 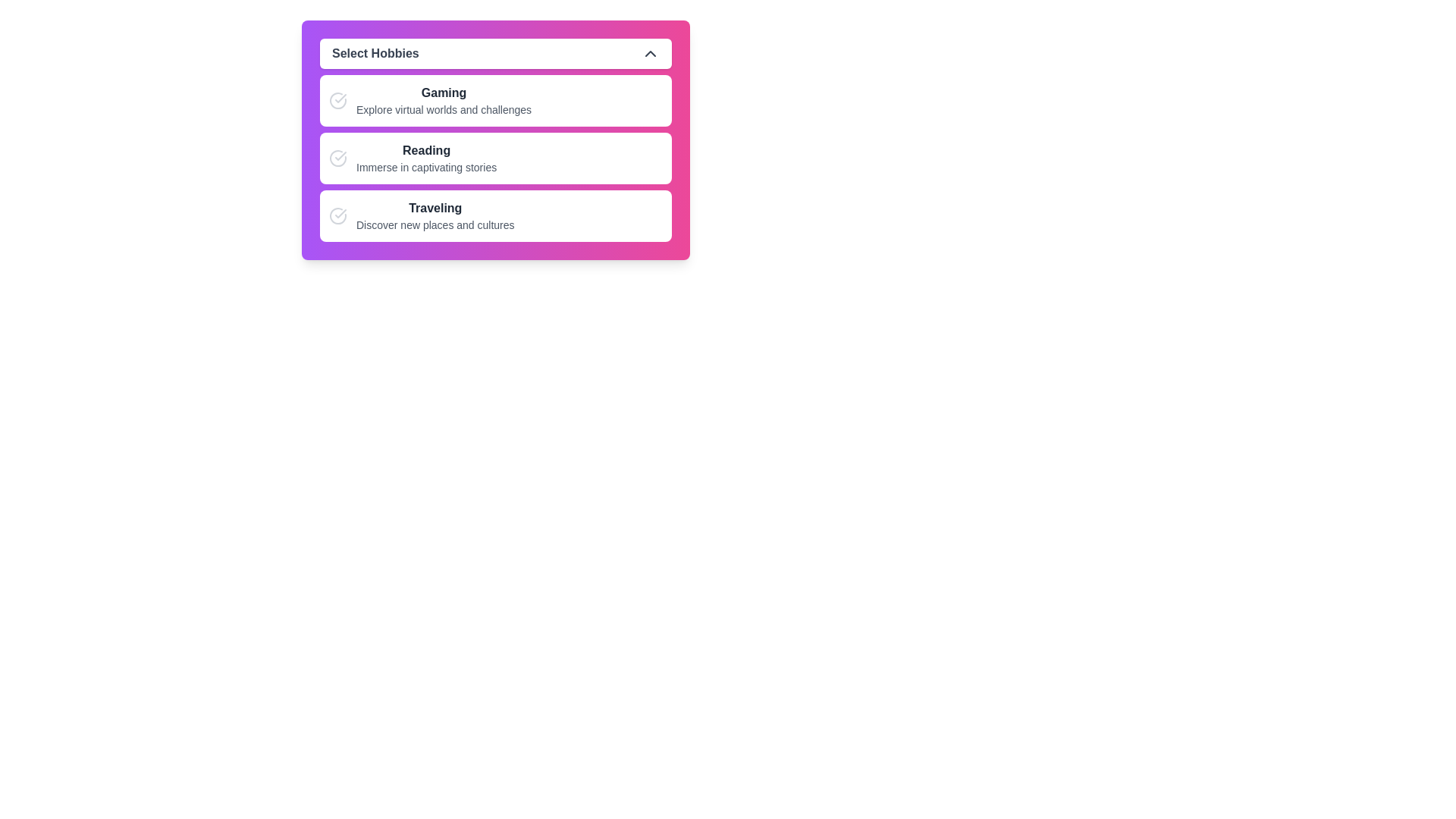 What do you see at coordinates (337, 100) in the screenshot?
I see `the circular gray icon with a checkmark within it, located in the first list item labeled 'Gaming - Explore virtual worlds and challenges'` at bounding box center [337, 100].